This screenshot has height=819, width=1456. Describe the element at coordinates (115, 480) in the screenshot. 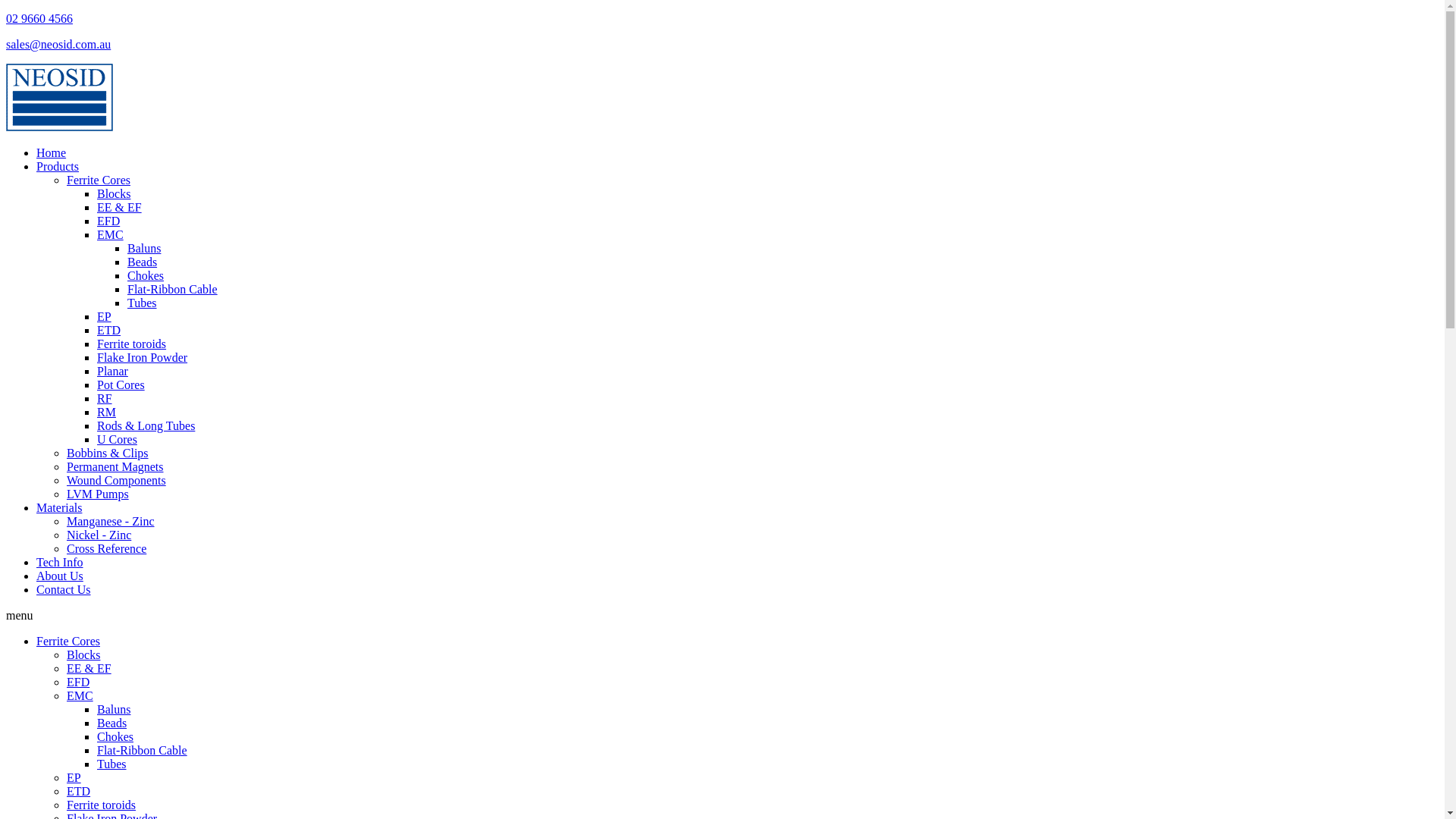

I see `'Wound Components'` at that location.